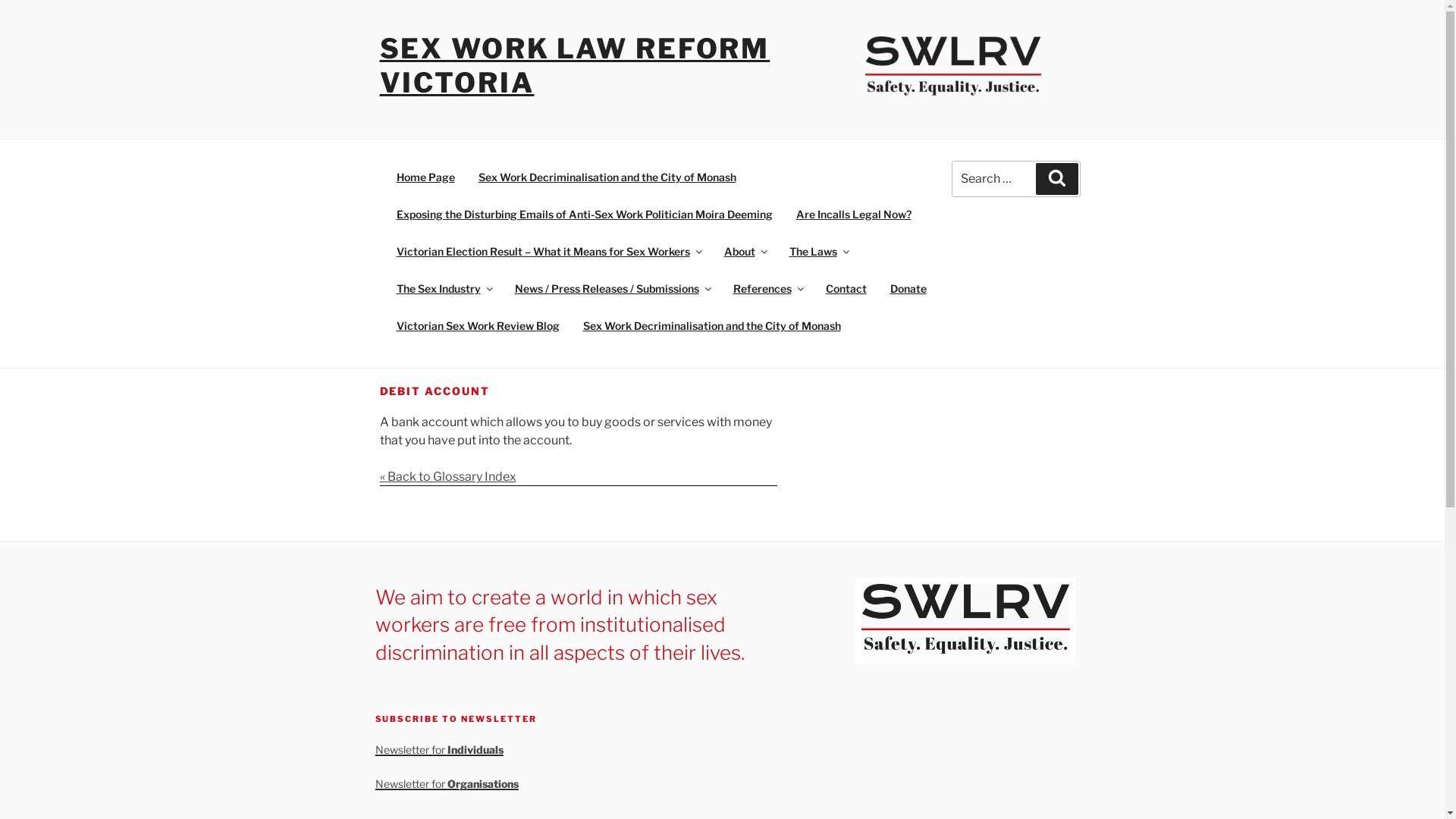  What do you see at coordinates (908, 288) in the screenshot?
I see `'Donate'` at bounding box center [908, 288].